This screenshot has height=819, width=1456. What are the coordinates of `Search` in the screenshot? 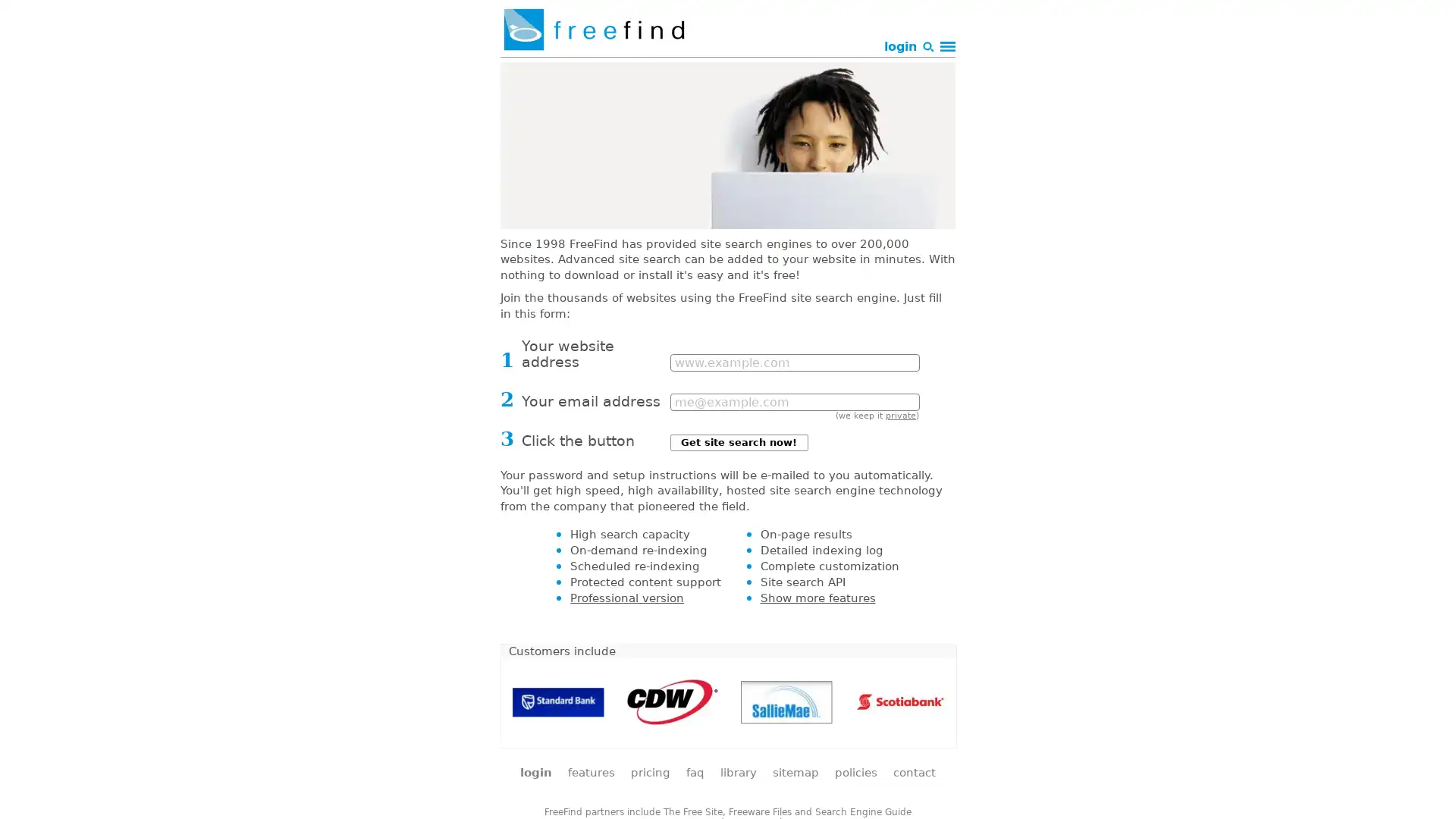 It's located at (821, 74).